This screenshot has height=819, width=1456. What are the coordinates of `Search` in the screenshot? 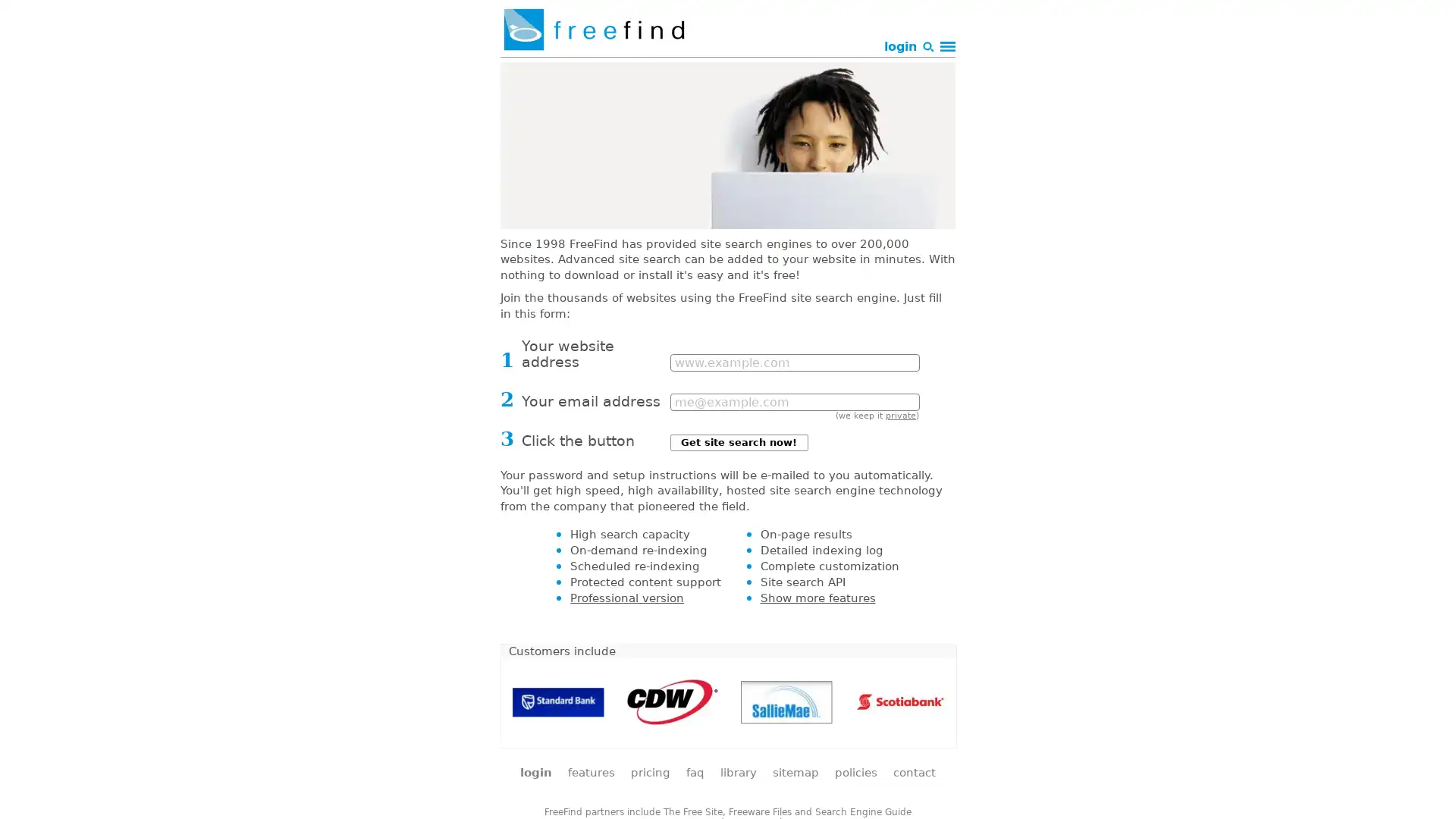 It's located at (821, 74).